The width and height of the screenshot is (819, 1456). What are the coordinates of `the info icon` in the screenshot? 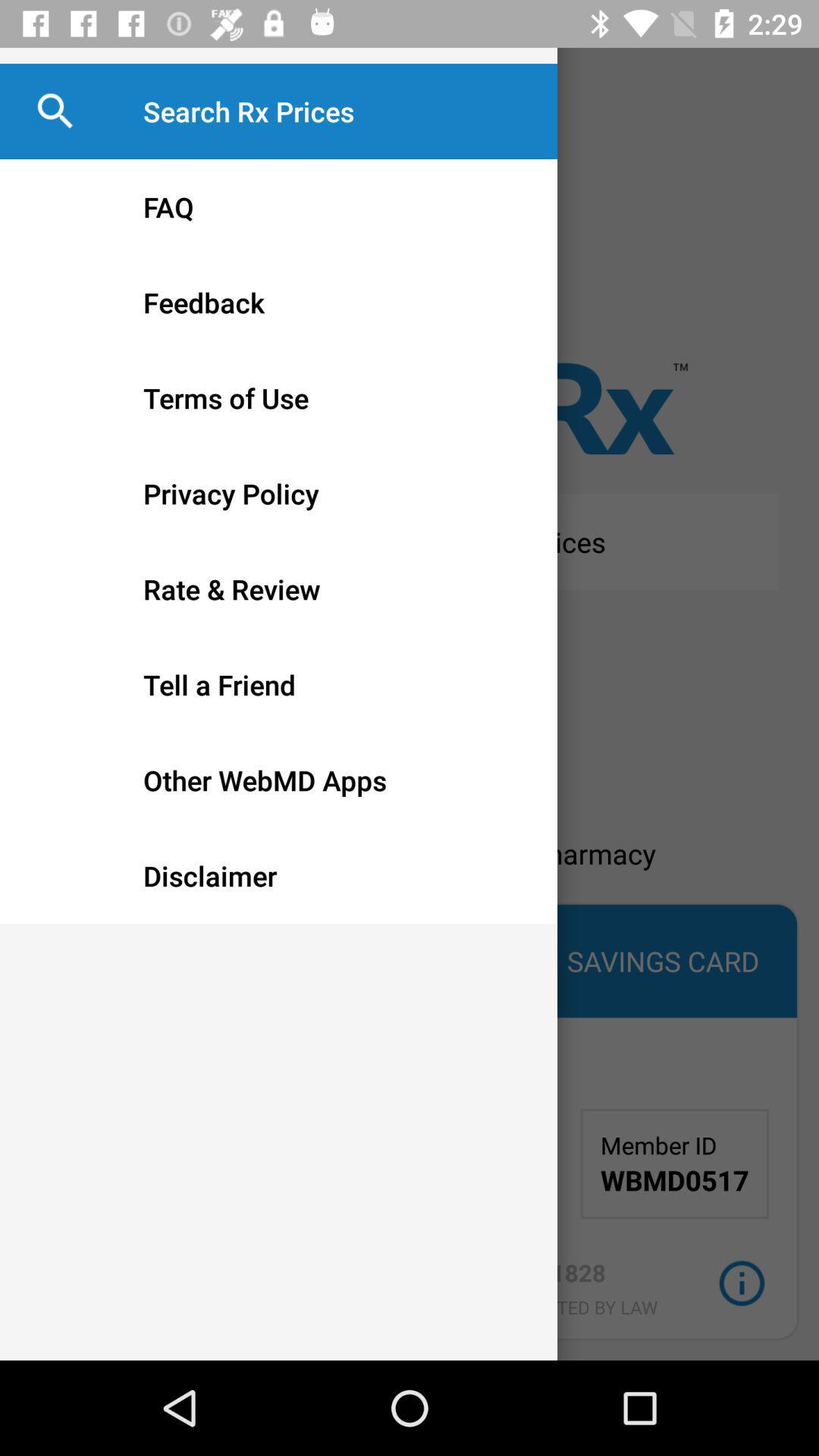 It's located at (741, 1282).